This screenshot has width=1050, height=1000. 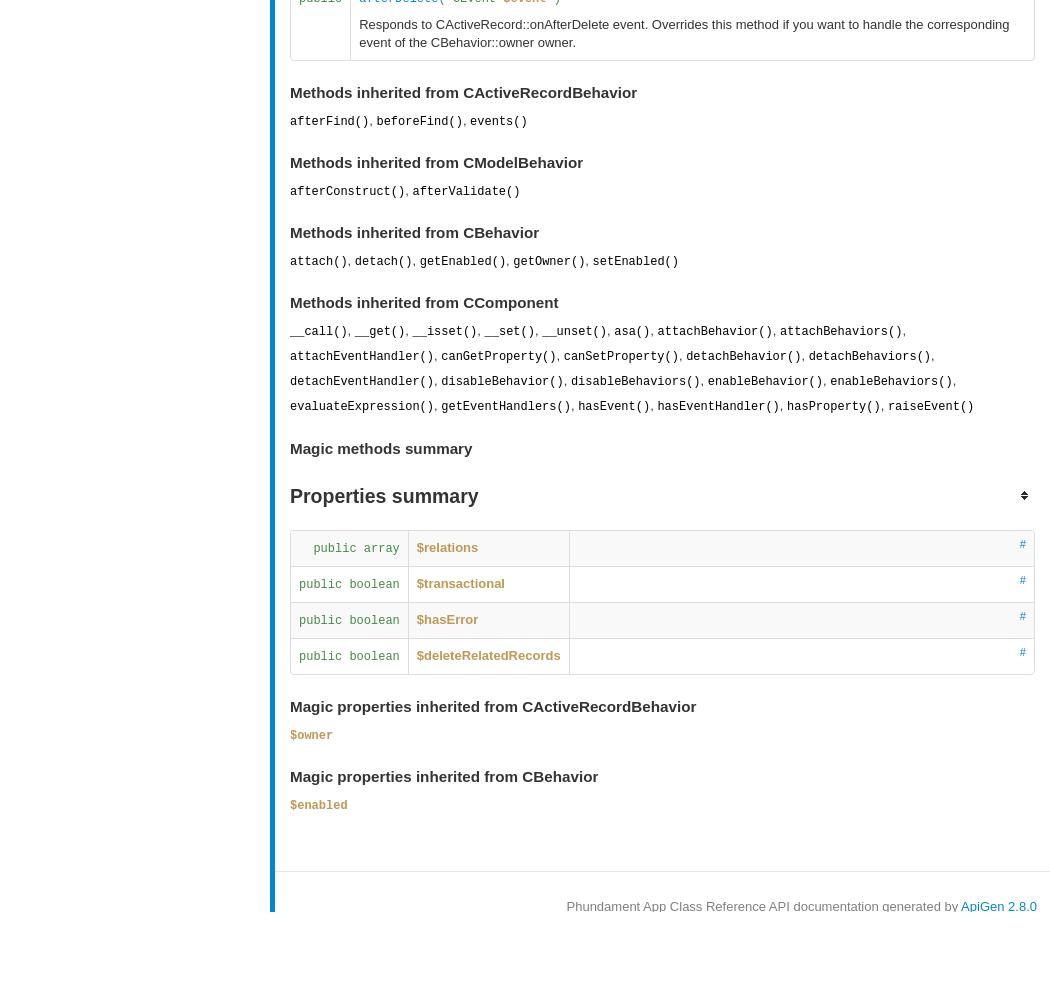 What do you see at coordinates (491, 704) in the screenshot?
I see `'Magic properties inherited from CActiveRecordBehavior'` at bounding box center [491, 704].